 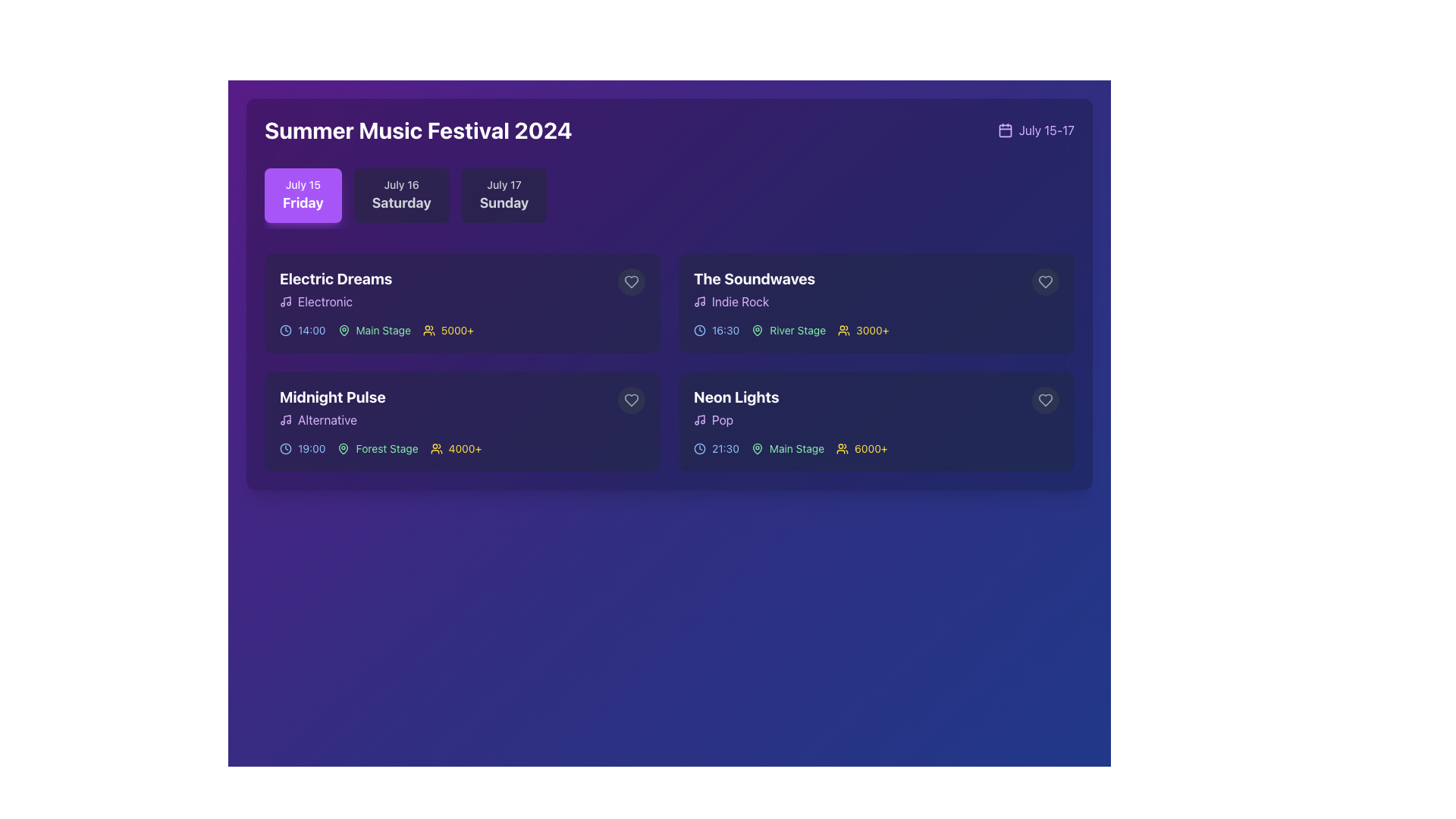 What do you see at coordinates (504, 184) in the screenshot?
I see `the text label component displaying 'July 17', which is styled in white on a dark background and positioned above the text 'Sunday' in the right-most card of date selections` at bounding box center [504, 184].